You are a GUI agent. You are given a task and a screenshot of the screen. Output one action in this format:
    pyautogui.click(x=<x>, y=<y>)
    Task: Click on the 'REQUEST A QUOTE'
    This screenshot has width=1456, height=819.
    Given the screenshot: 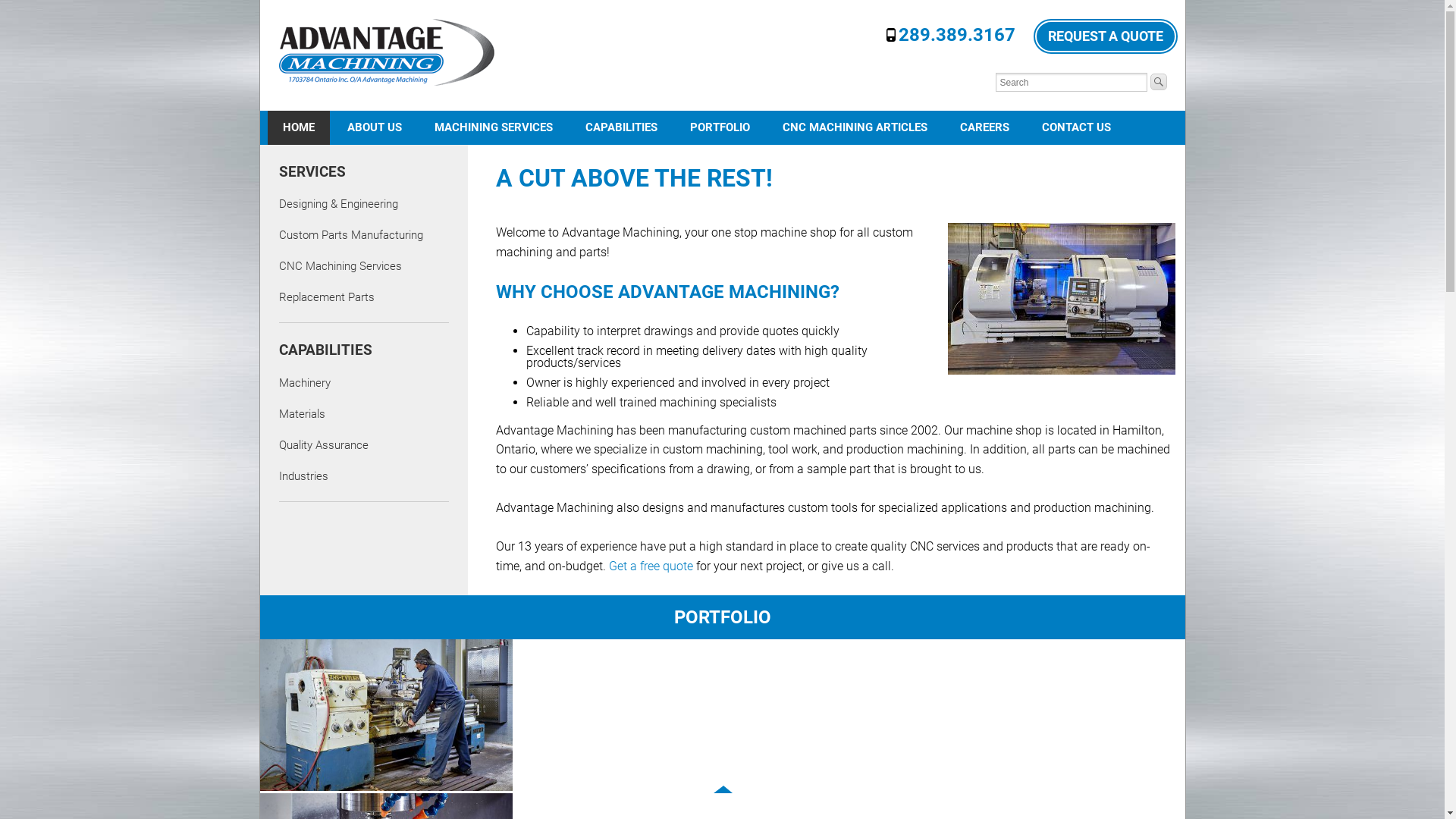 What is the action you would take?
    pyautogui.click(x=1105, y=35)
    